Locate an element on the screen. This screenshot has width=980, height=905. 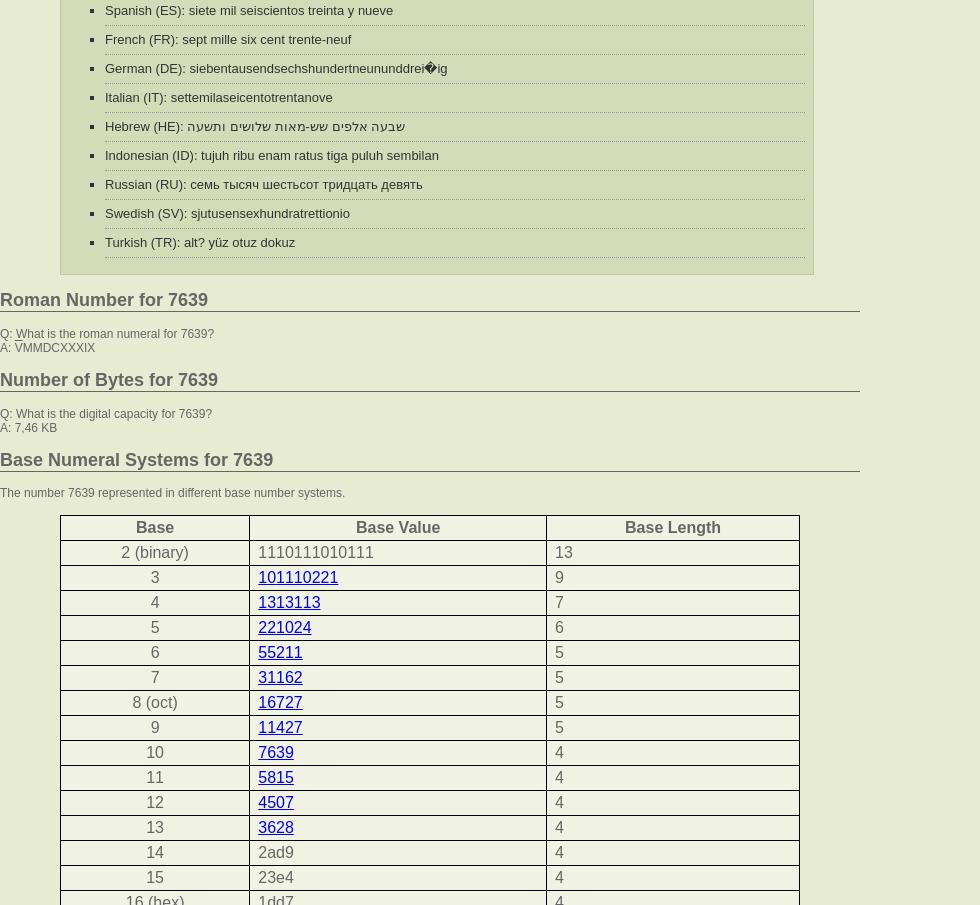
'Roman Number for  7639' is located at coordinates (103, 299).